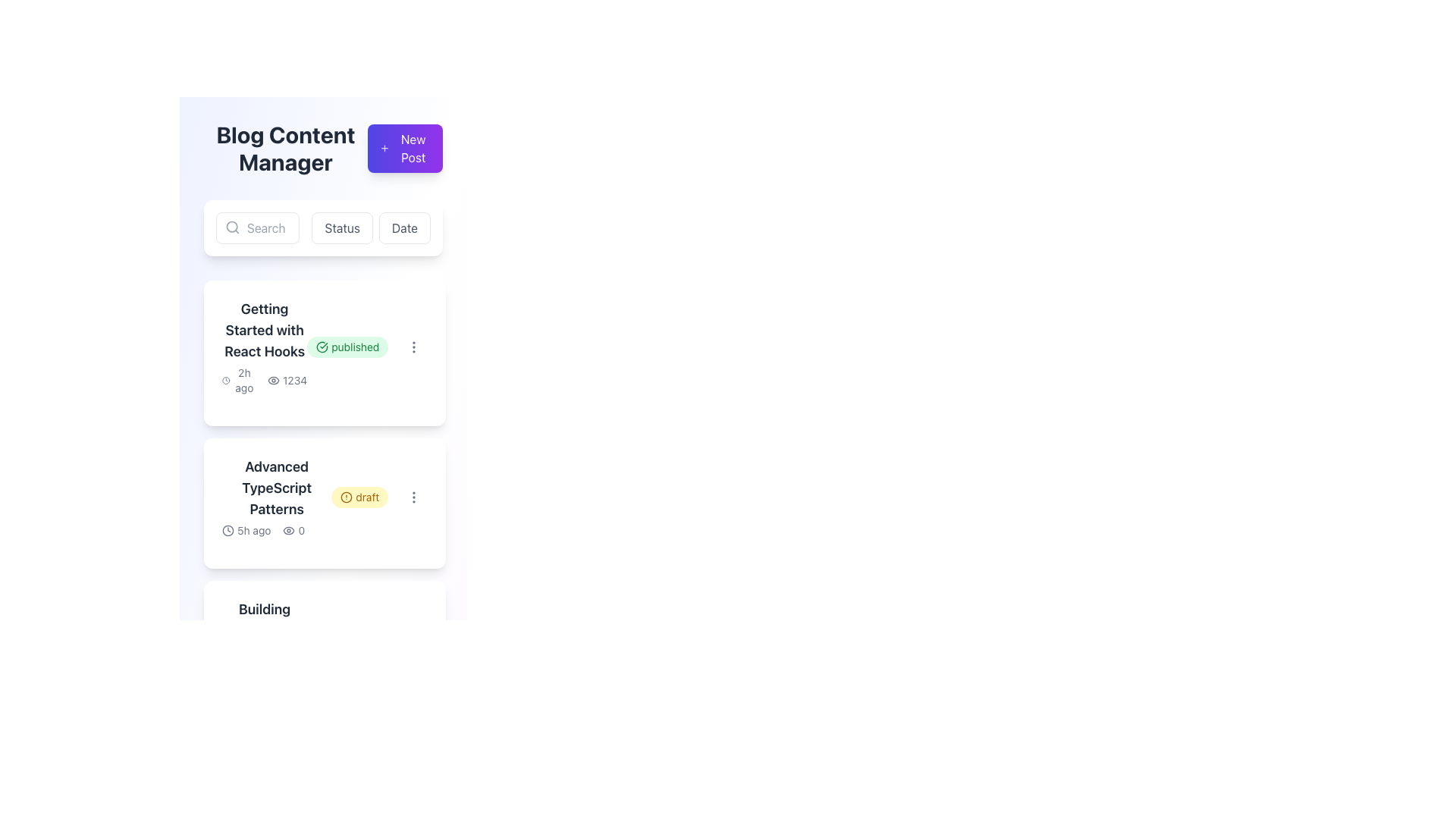 The image size is (1456, 819). I want to click on the SVG Icon positioned to the left of the text '1234' in the first content card under the title 'Getting Started with React Hooks', so click(274, 379).